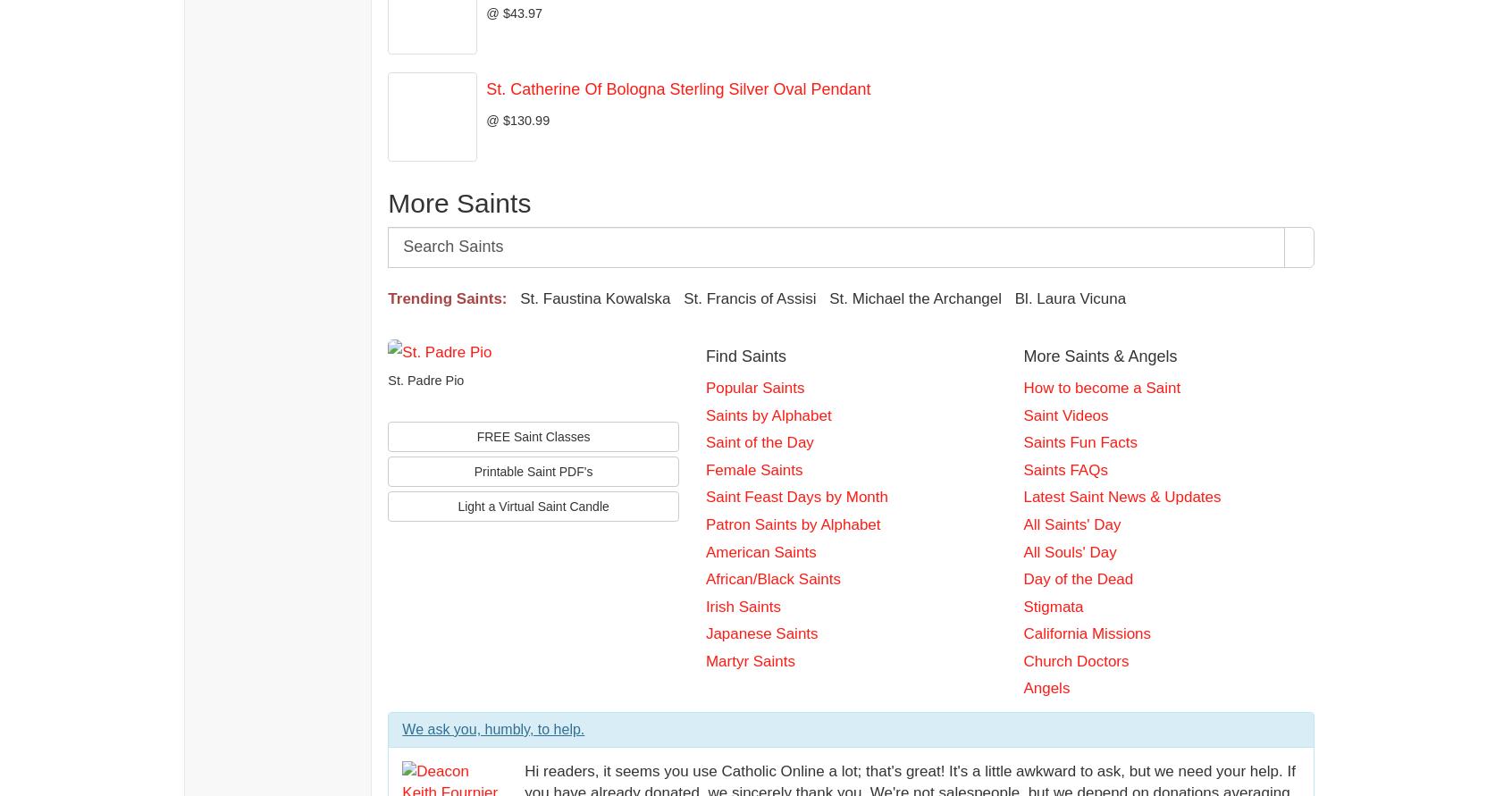 This screenshot has width=1512, height=796. What do you see at coordinates (754, 387) in the screenshot?
I see `'Popular Saints'` at bounding box center [754, 387].